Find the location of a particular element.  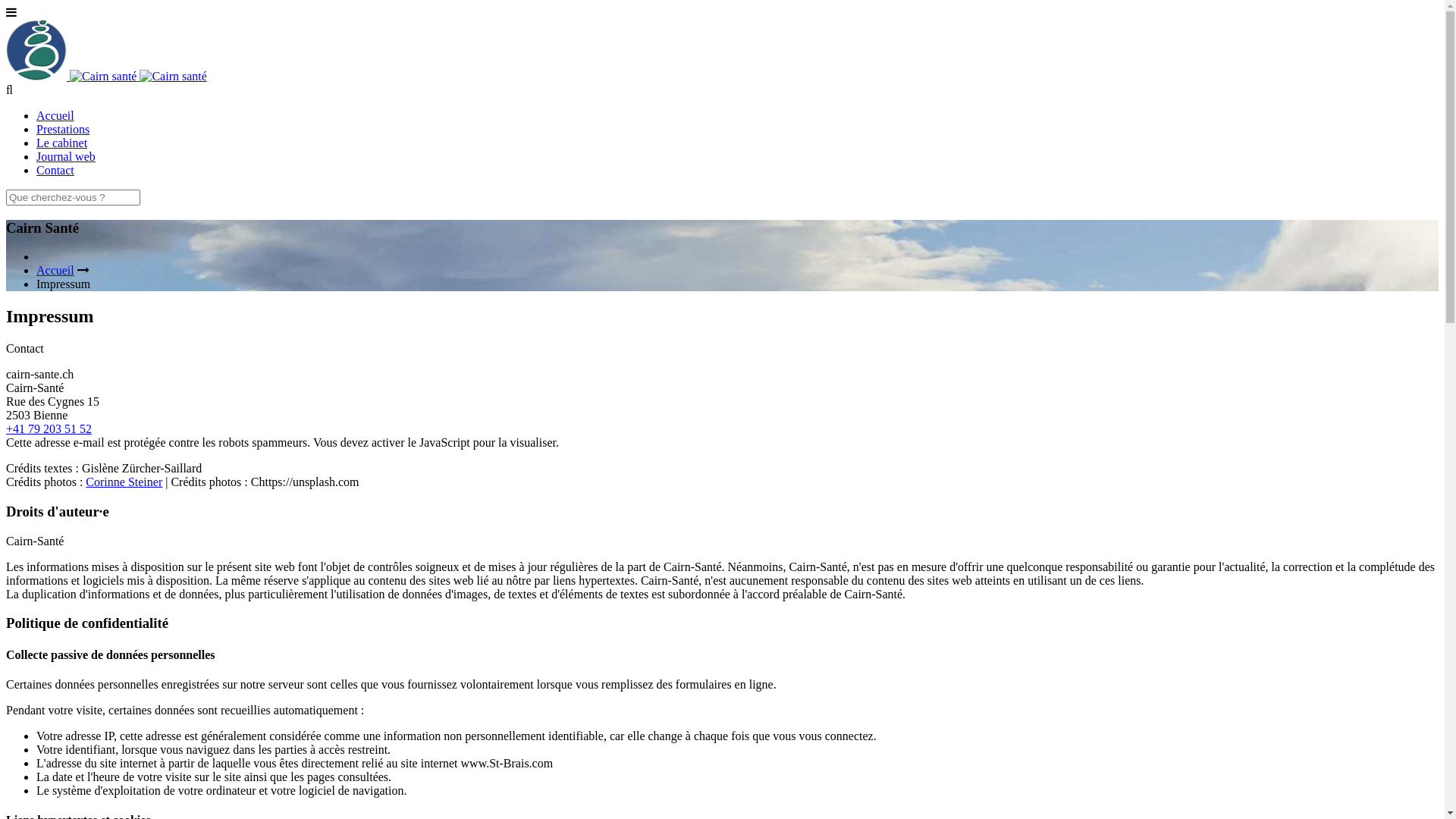

'Le cabinet' is located at coordinates (61, 143).